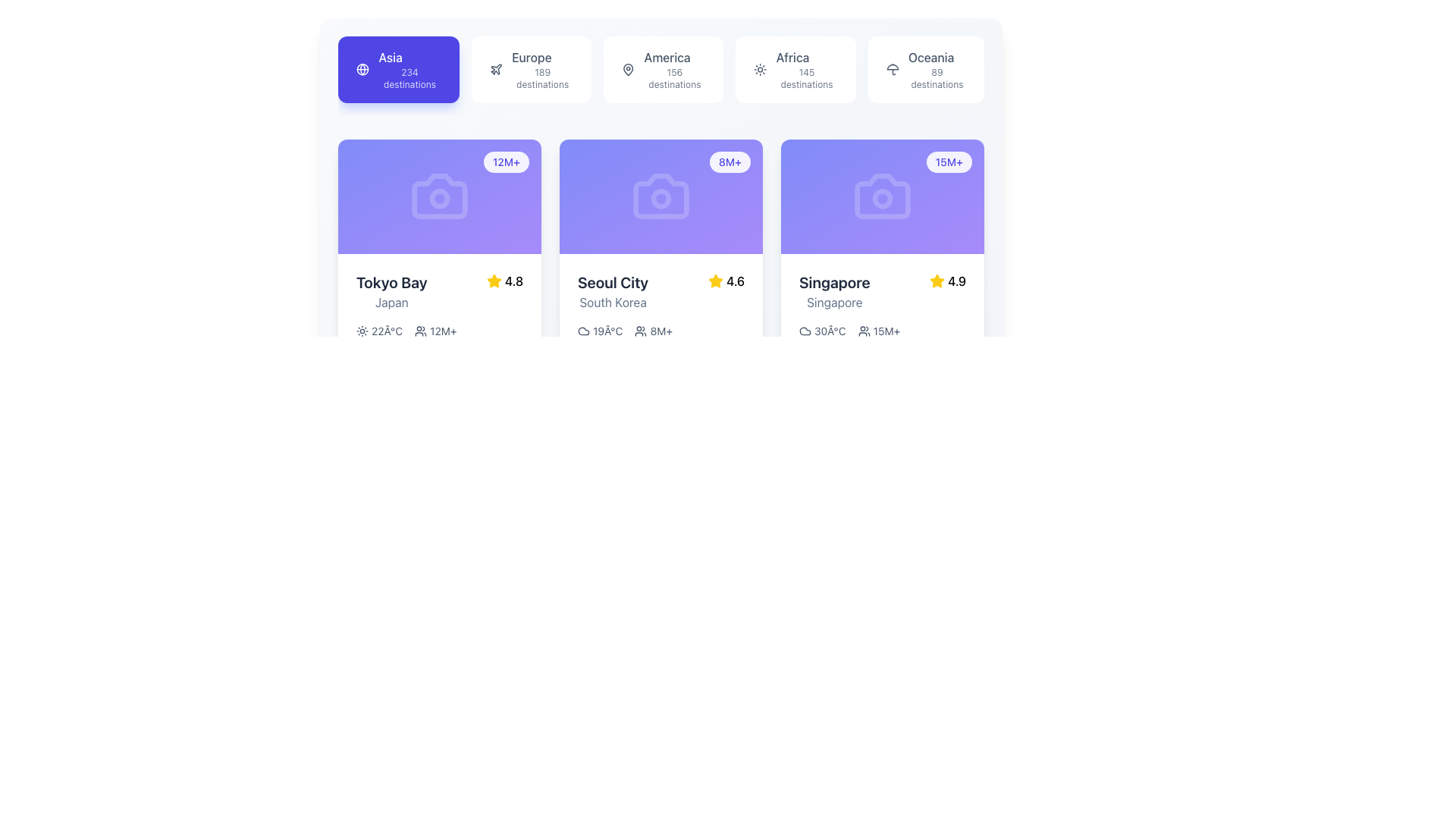 This screenshot has width=1456, height=819. Describe the element at coordinates (387, 330) in the screenshot. I see `the temperature text displaying '22Â°C' for Tokyo Bay, located to the right of the sun icon and above the population data` at that location.